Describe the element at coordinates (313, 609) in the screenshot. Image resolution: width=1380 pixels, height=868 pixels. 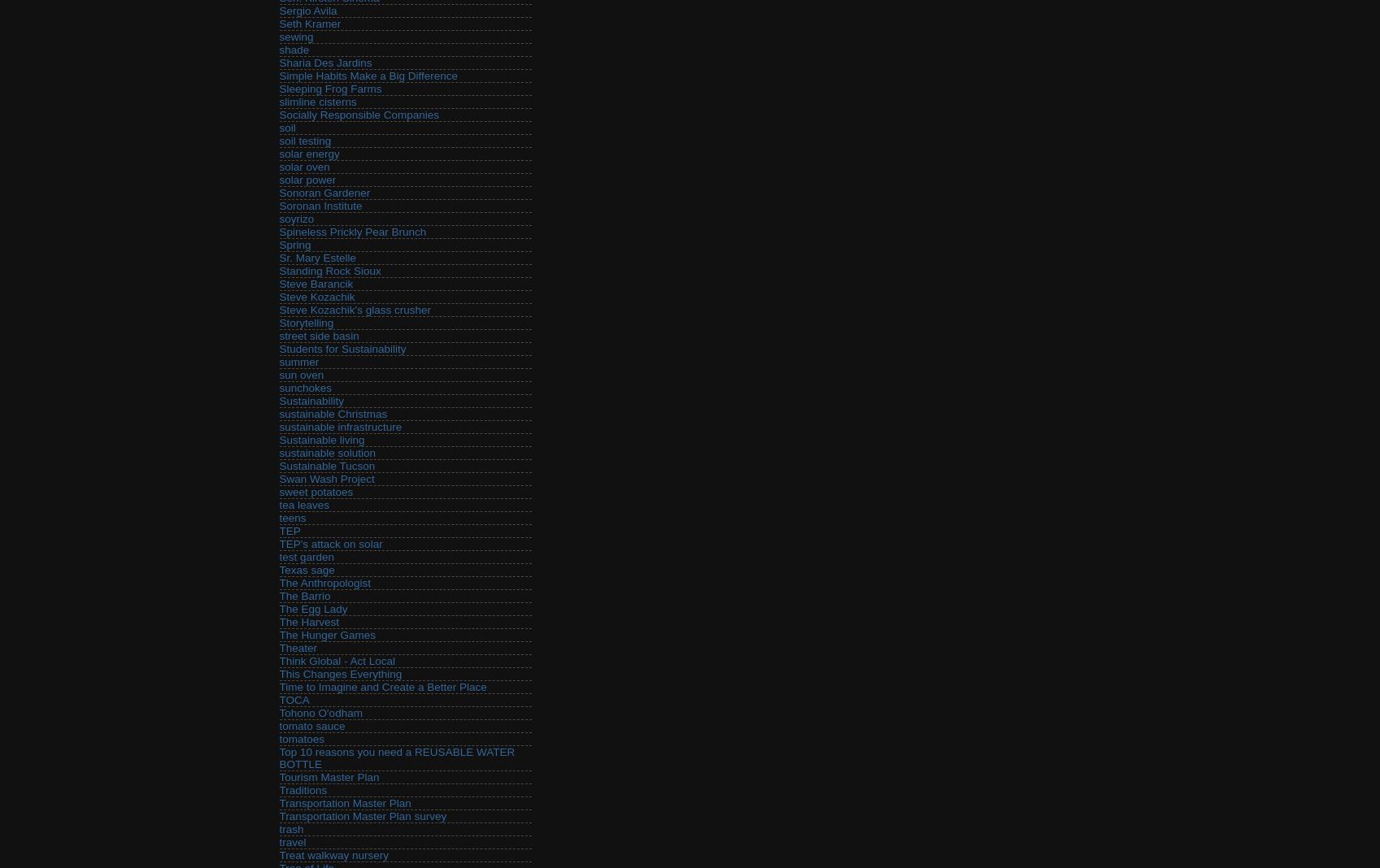
I see `'The Egg Lady'` at that location.